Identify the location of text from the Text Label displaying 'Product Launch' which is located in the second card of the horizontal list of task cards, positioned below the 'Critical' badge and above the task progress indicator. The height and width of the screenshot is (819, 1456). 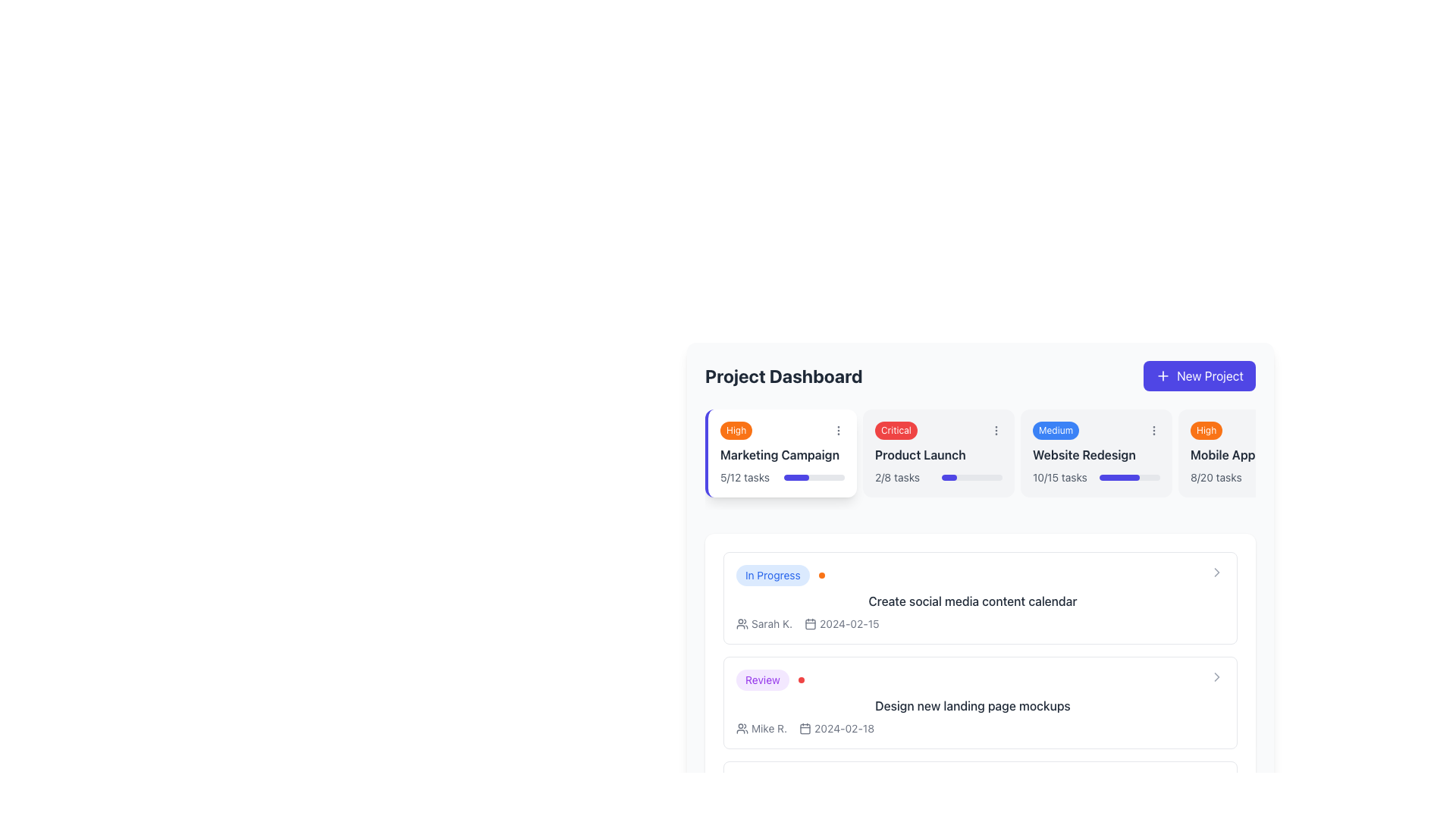
(938, 454).